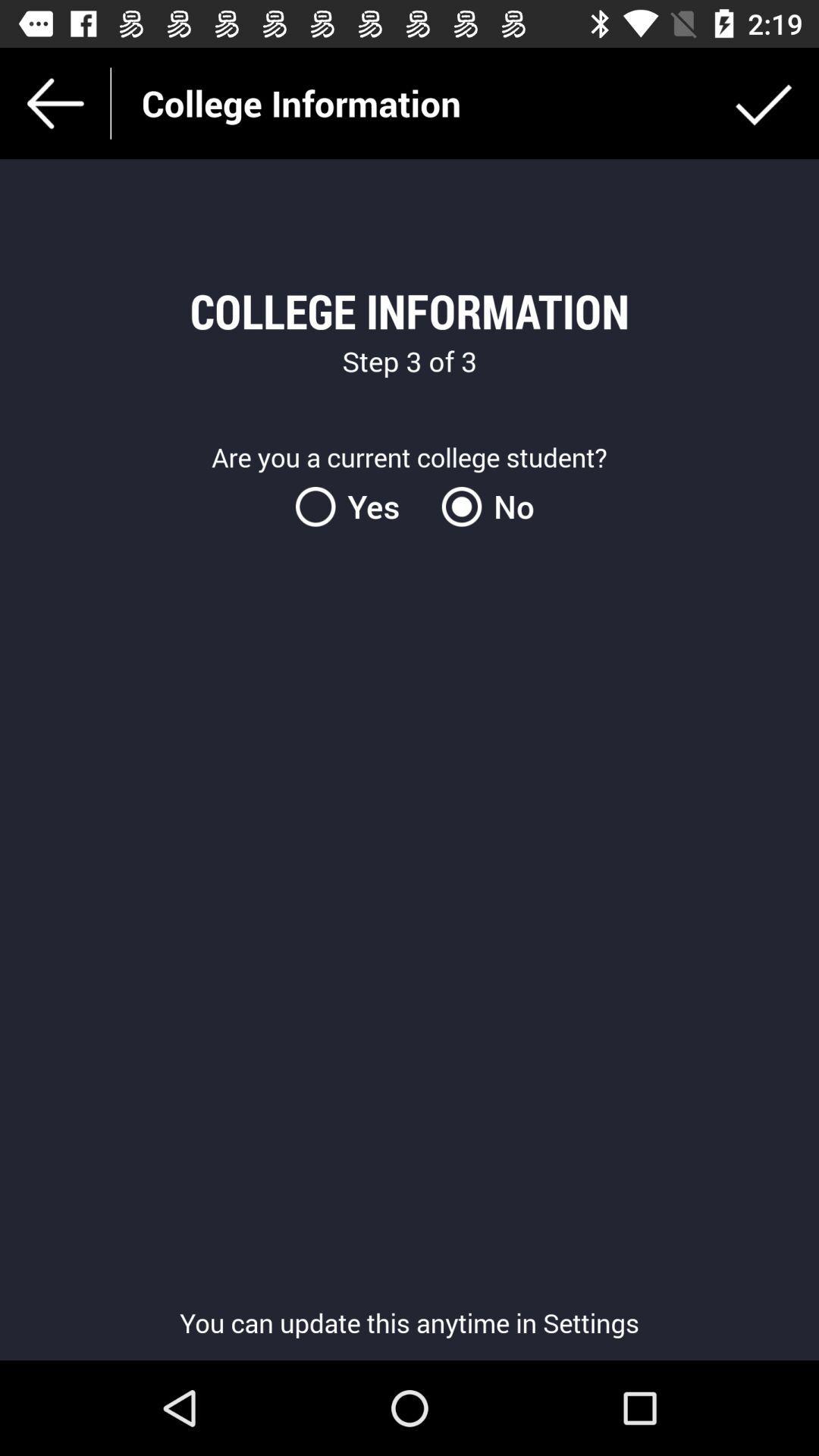 The image size is (819, 1456). I want to click on the icon below are you a item, so click(356, 507).